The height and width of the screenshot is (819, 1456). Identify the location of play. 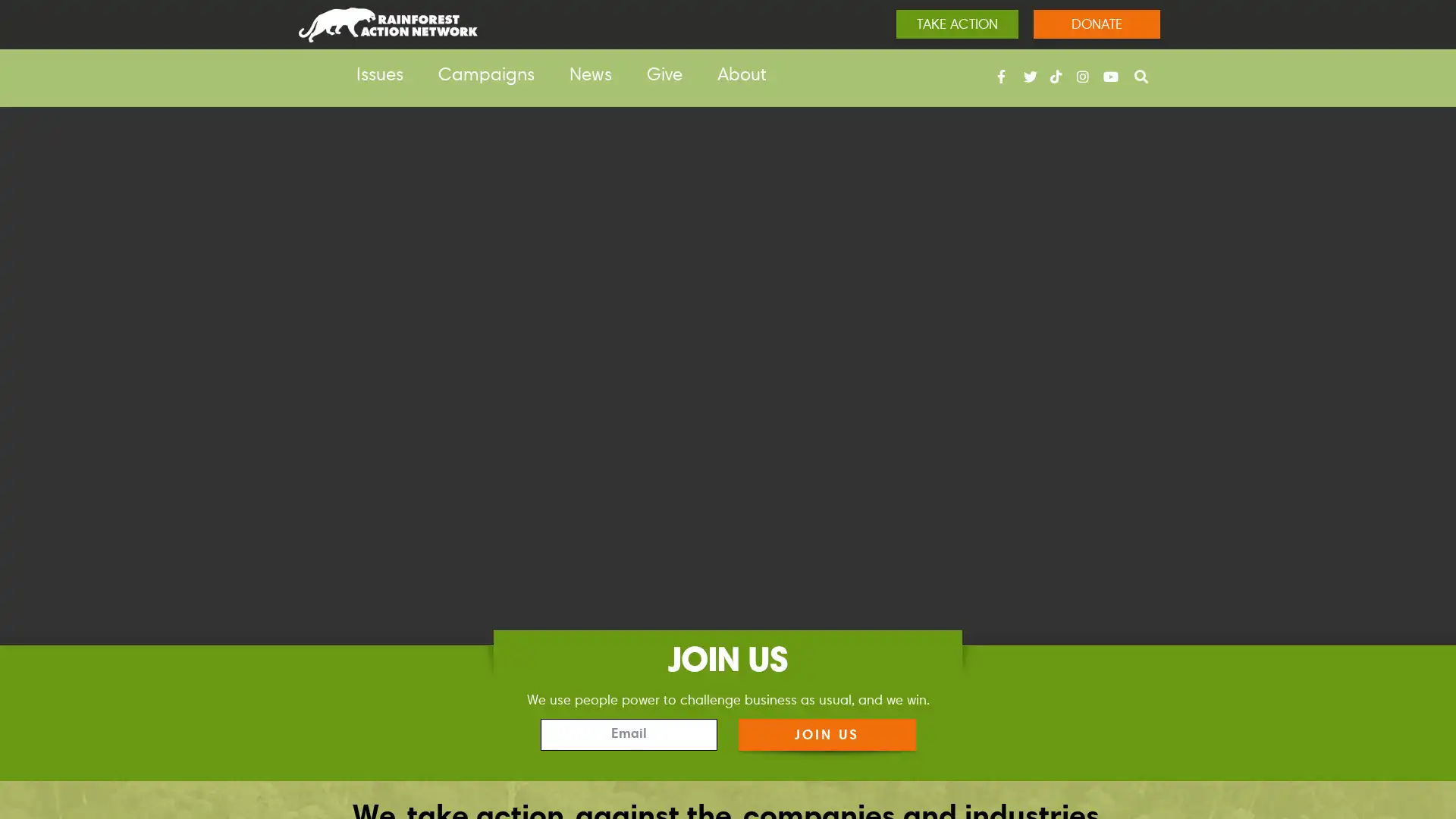
(36, 739).